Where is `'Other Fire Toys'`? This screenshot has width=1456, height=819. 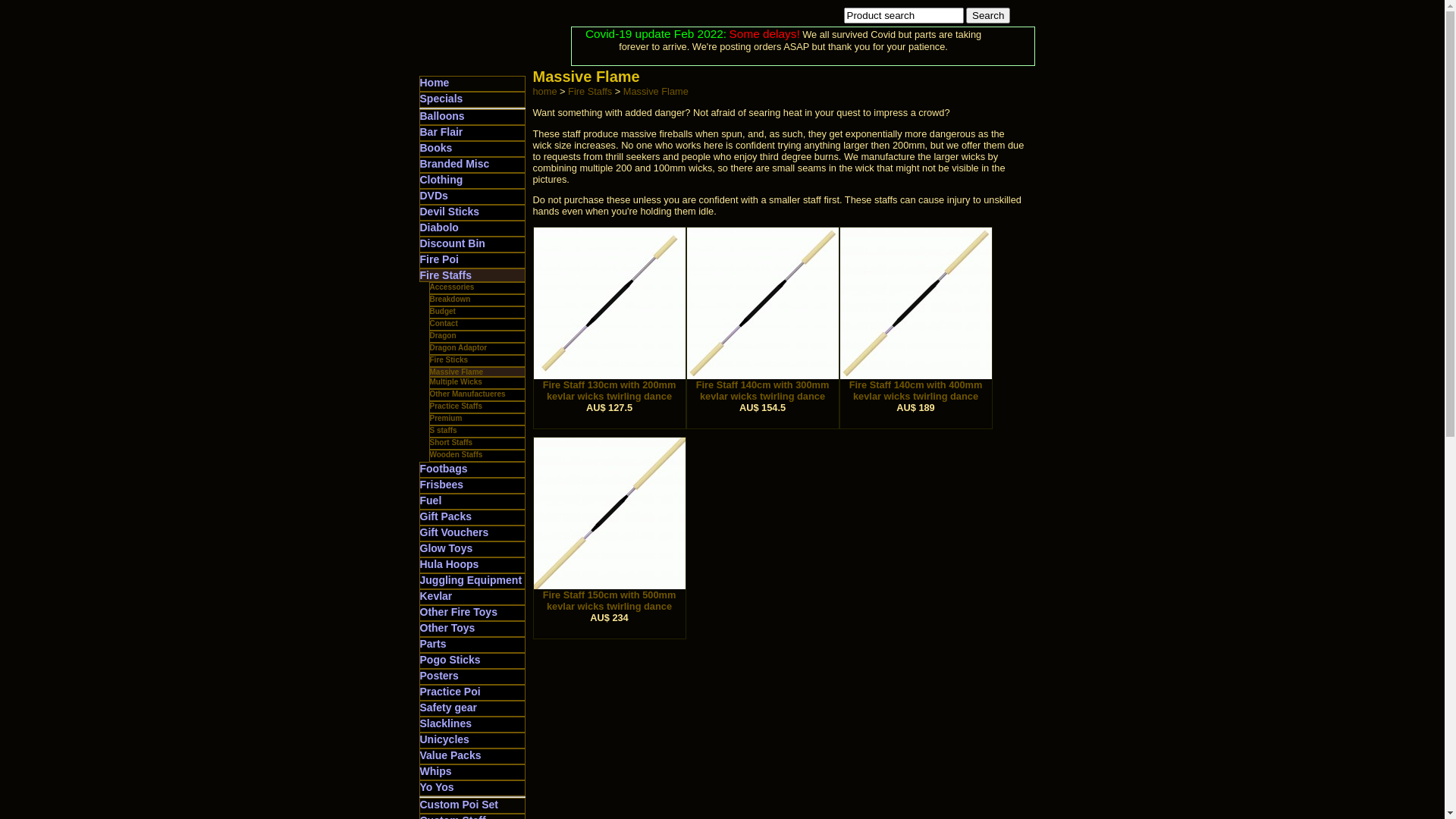 'Other Fire Toys' is located at coordinates (457, 610).